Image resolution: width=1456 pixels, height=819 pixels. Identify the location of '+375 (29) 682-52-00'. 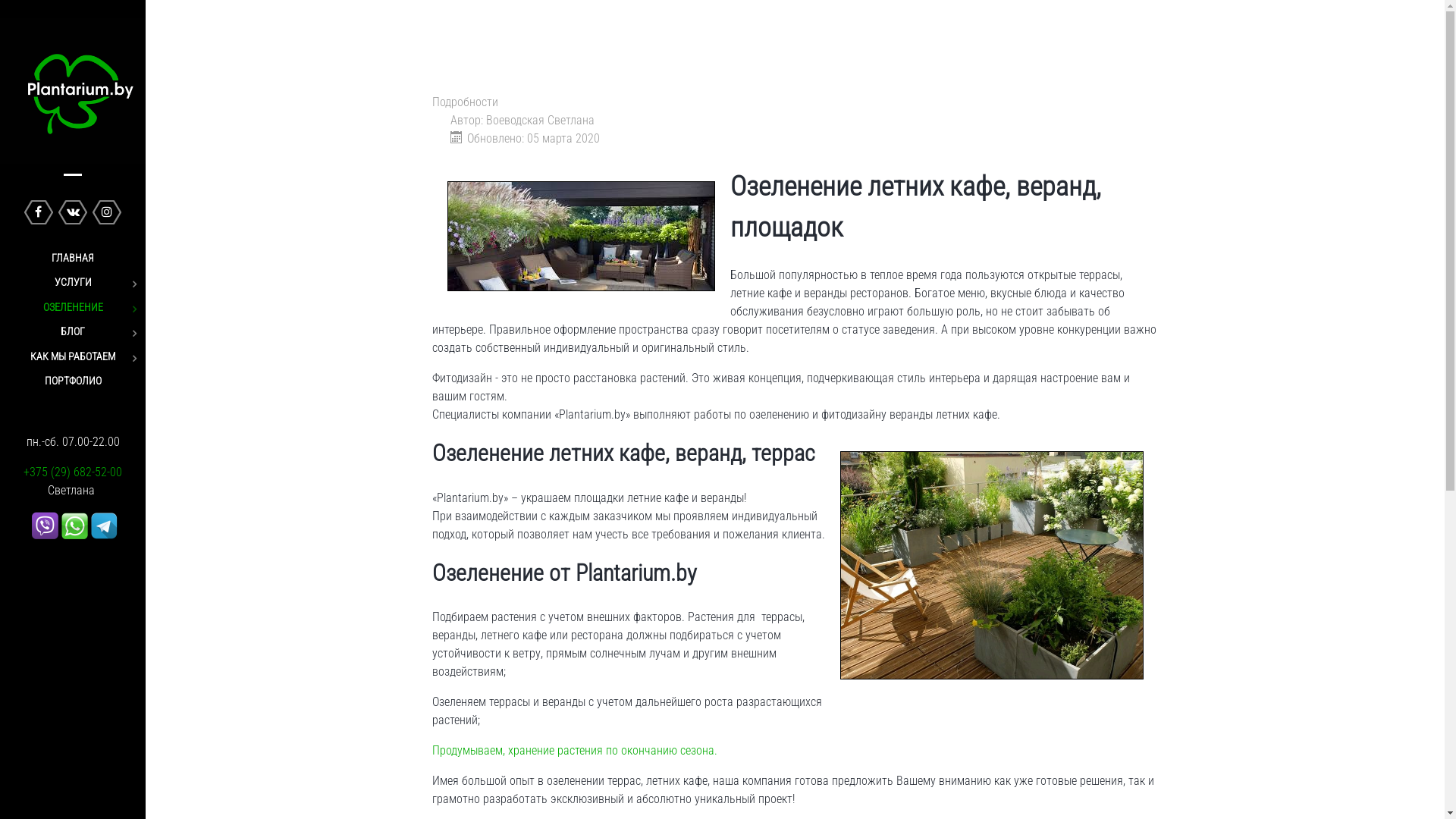
(23, 471).